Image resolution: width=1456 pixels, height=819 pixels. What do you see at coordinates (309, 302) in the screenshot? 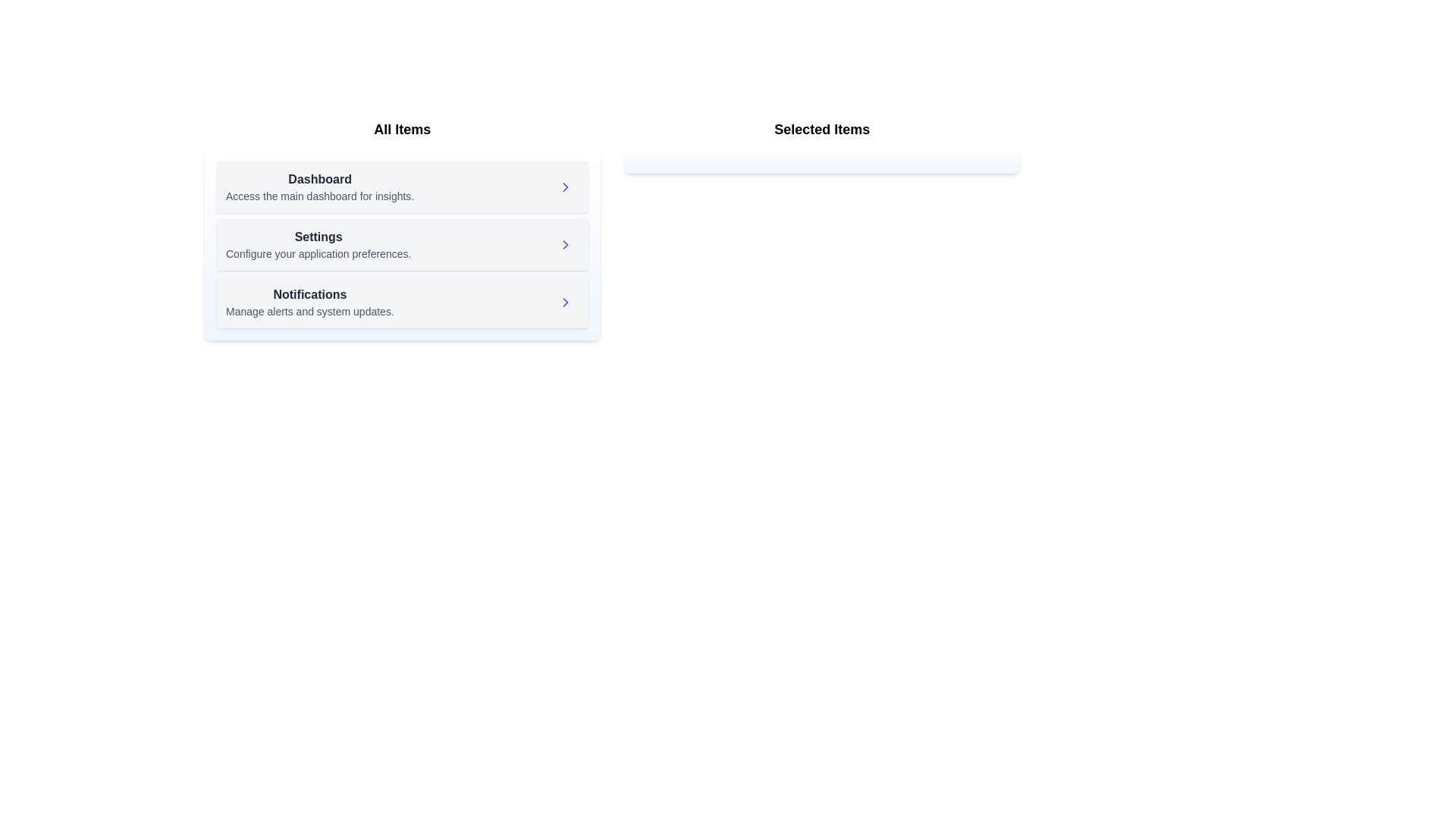
I see `the item Notifications to highlight it` at bounding box center [309, 302].